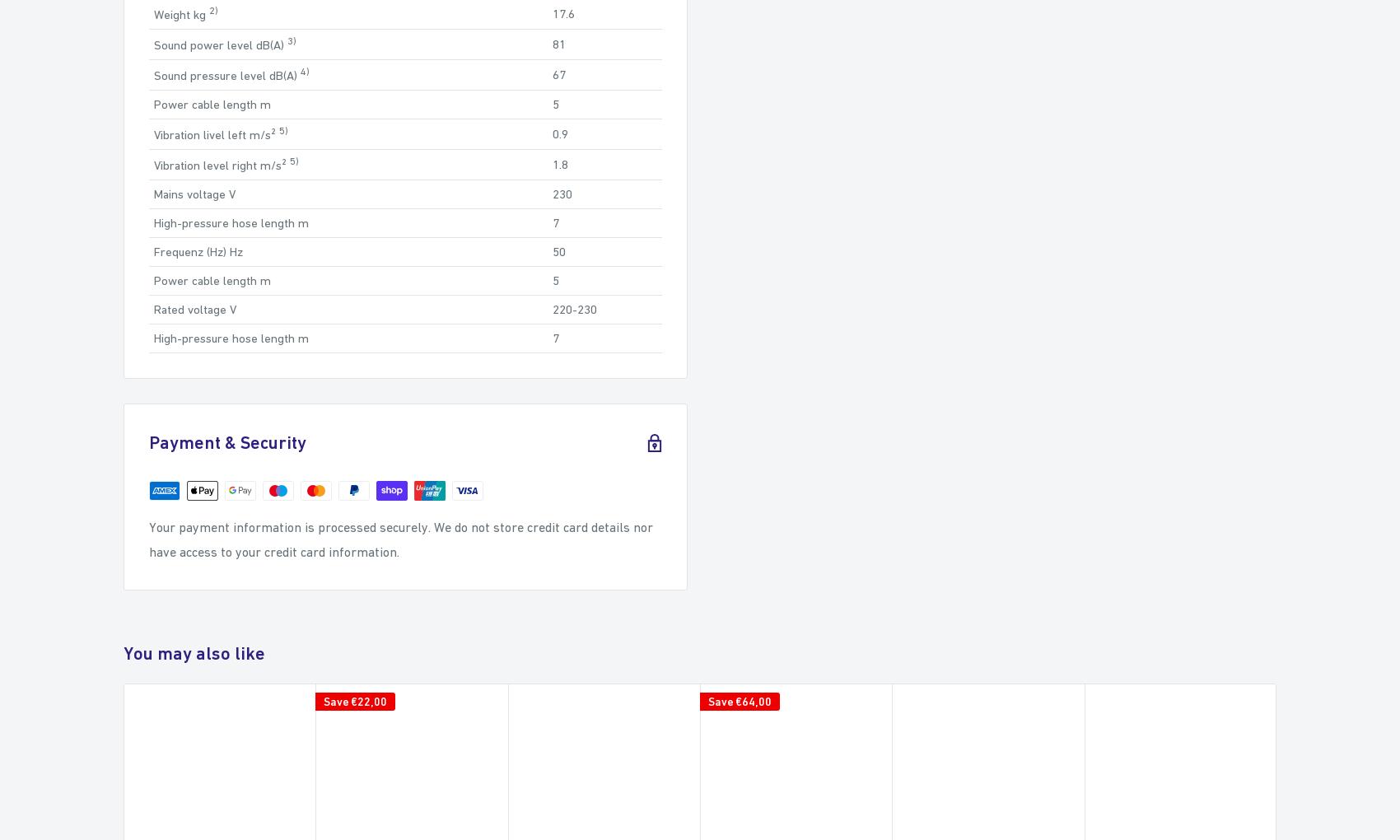 Image resolution: width=1400 pixels, height=840 pixels. I want to click on 'Weight kg', so click(181, 12).